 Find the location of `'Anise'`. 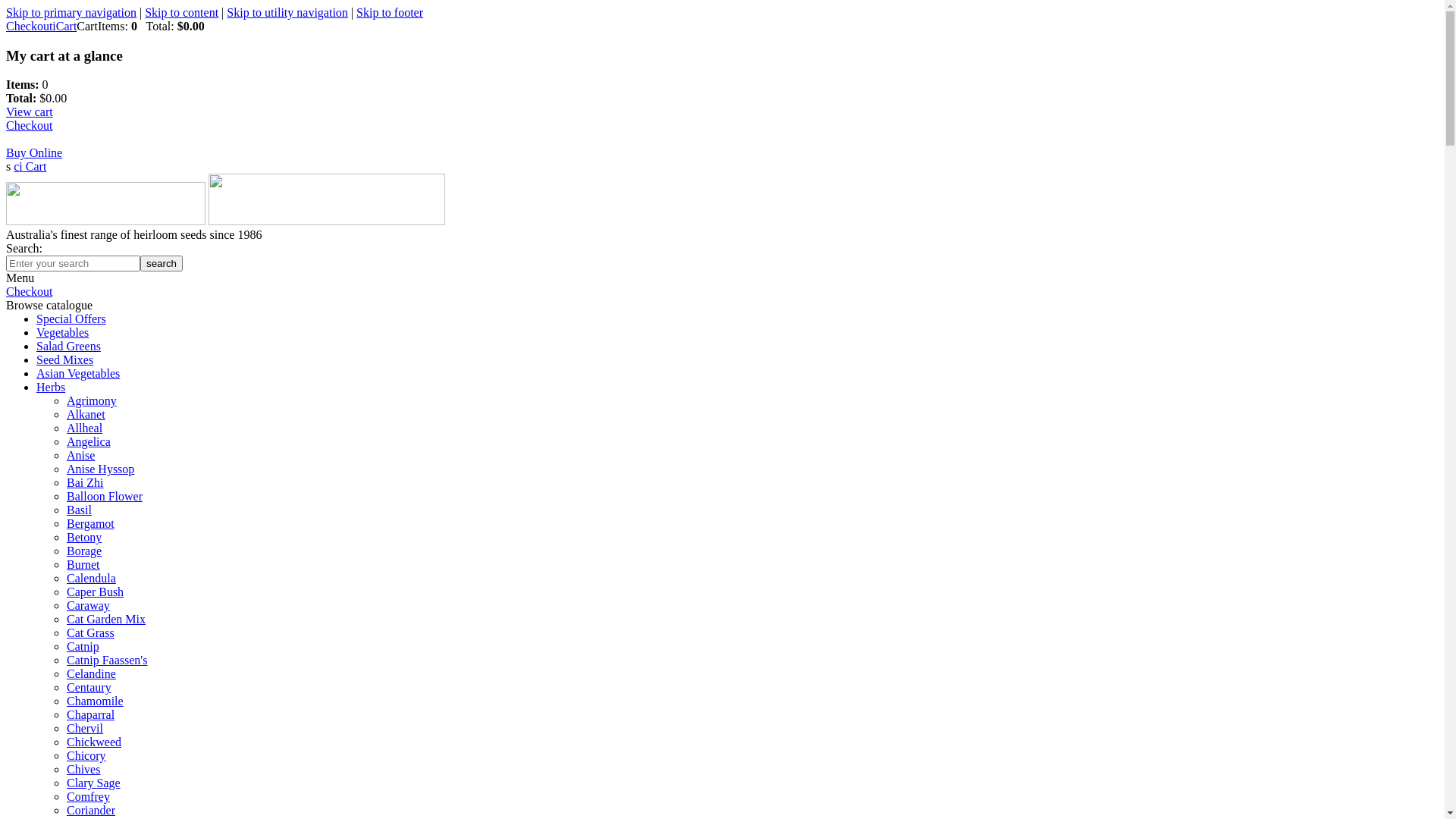

'Anise' is located at coordinates (80, 454).